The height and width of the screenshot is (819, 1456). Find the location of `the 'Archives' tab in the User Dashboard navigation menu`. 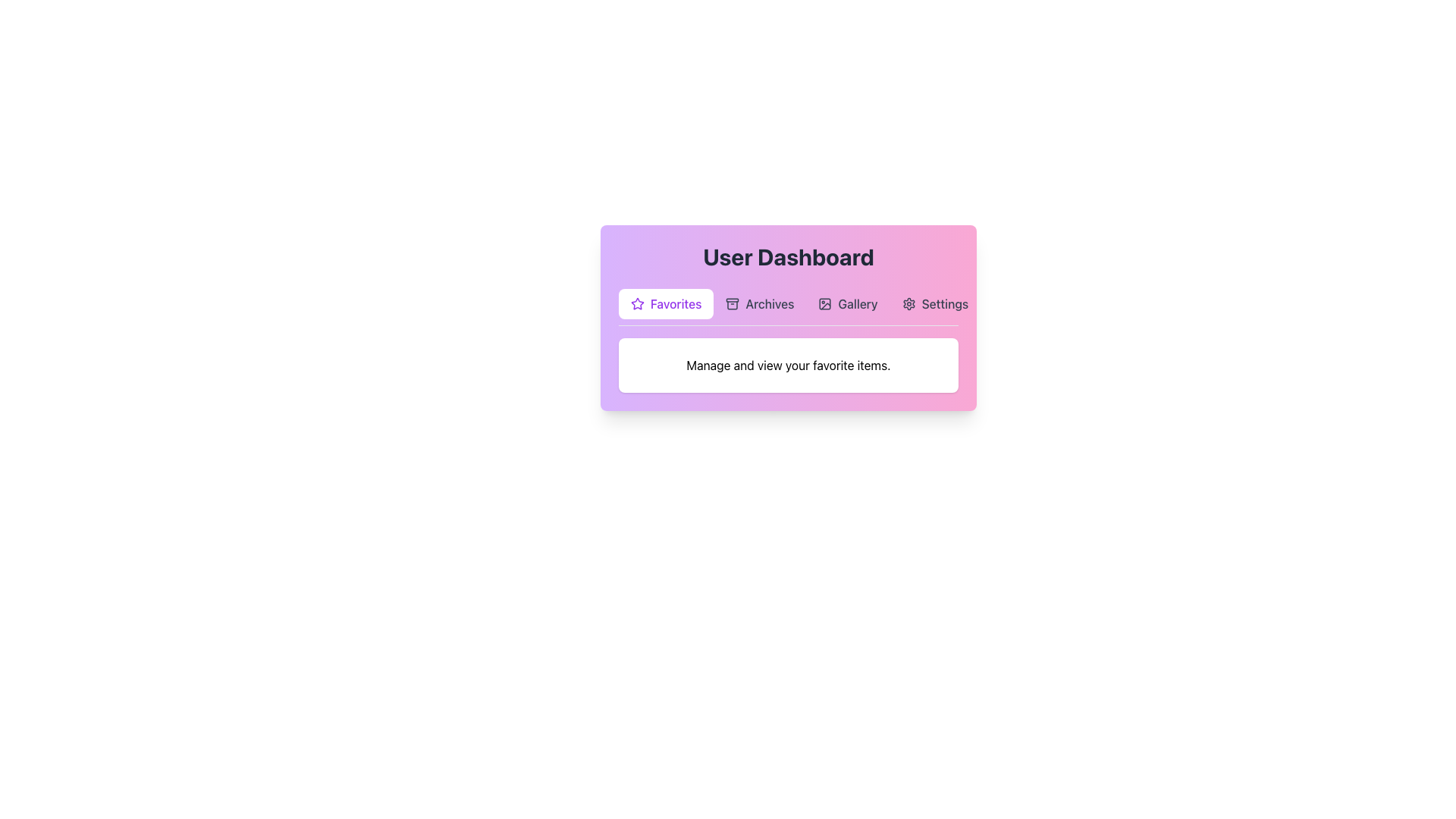

the 'Archives' tab in the User Dashboard navigation menu is located at coordinates (789, 307).